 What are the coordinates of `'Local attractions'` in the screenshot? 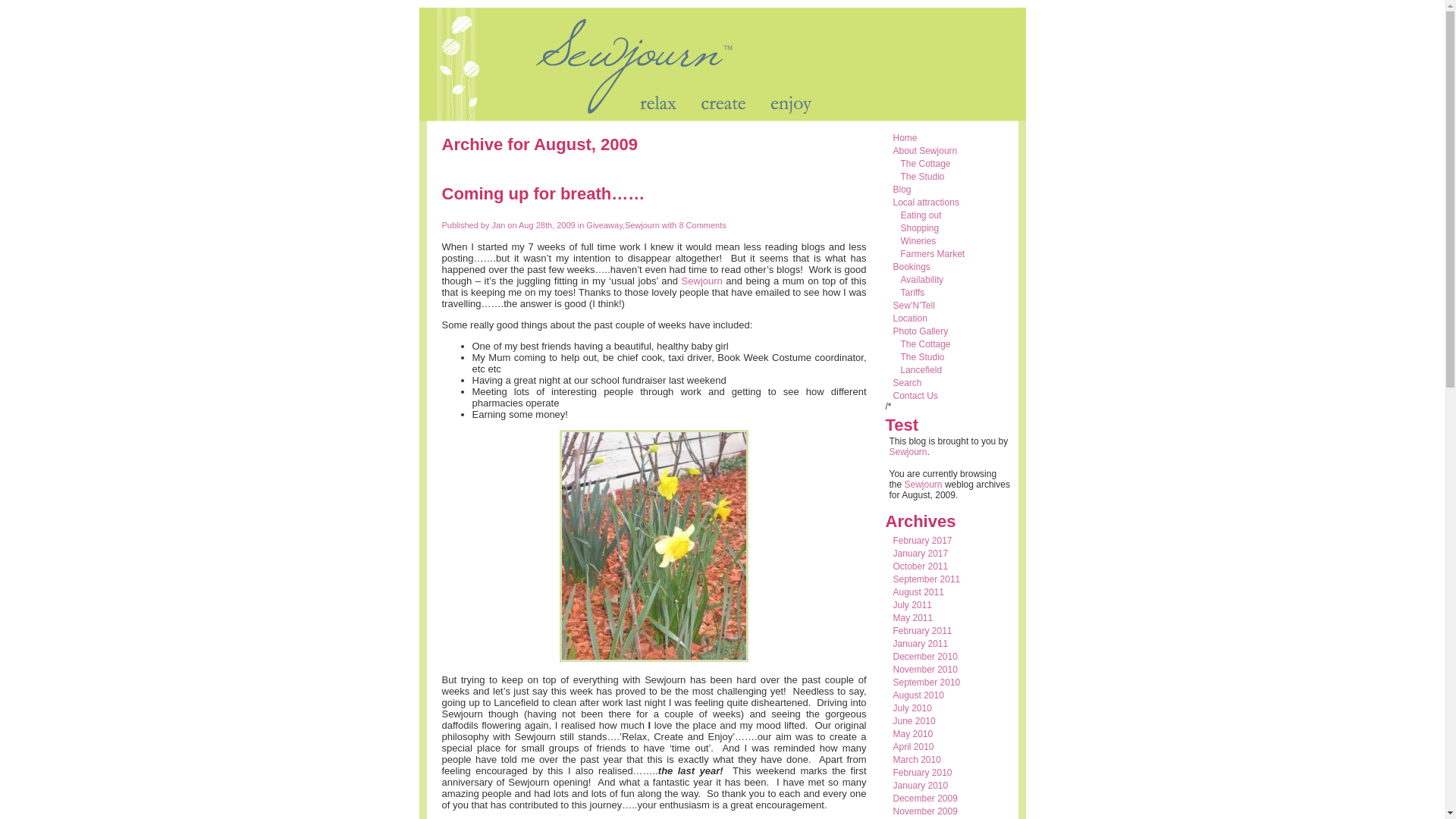 It's located at (925, 201).